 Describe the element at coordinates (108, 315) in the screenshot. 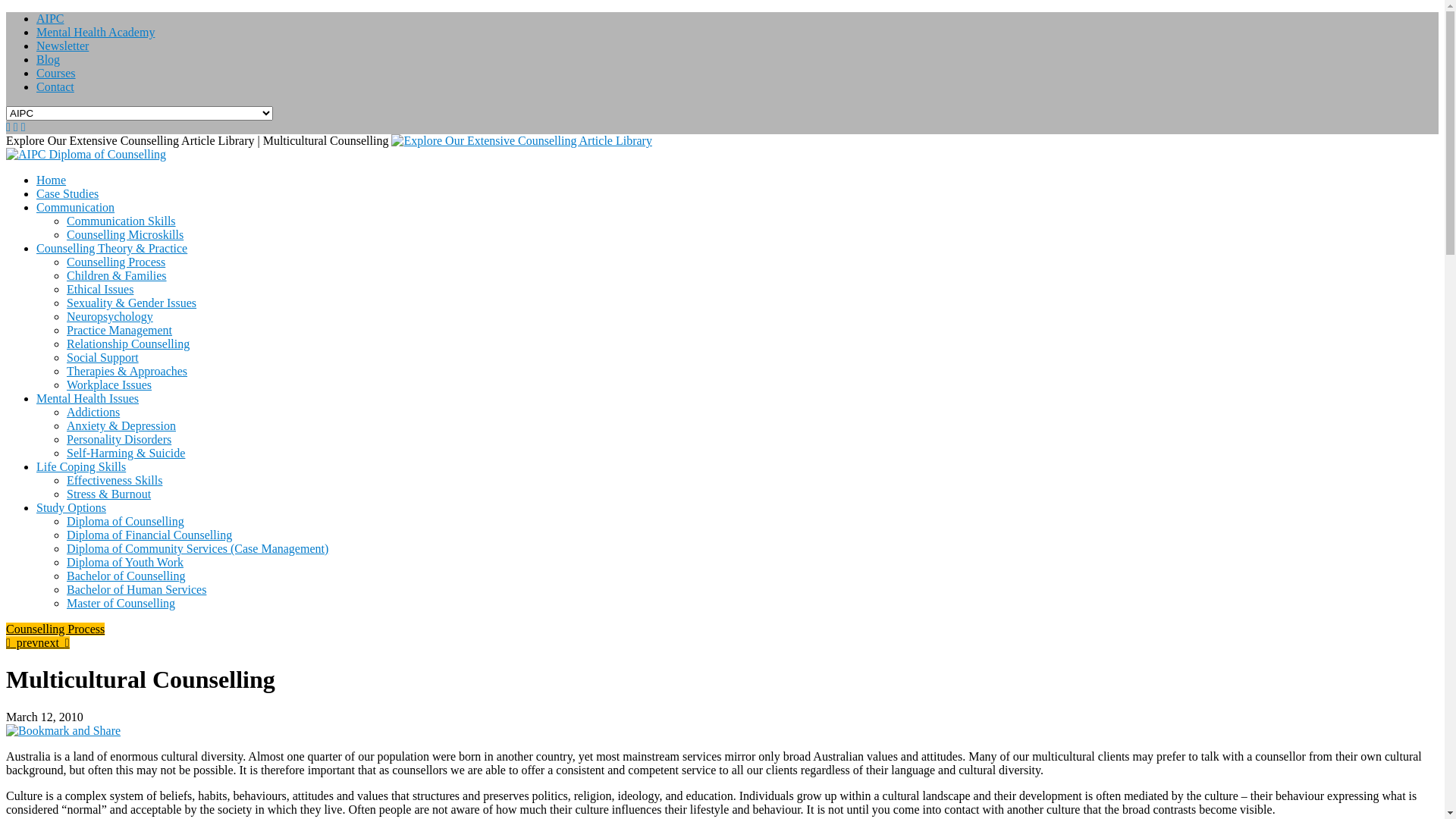

I see `'Neuropsychology'` at that location.